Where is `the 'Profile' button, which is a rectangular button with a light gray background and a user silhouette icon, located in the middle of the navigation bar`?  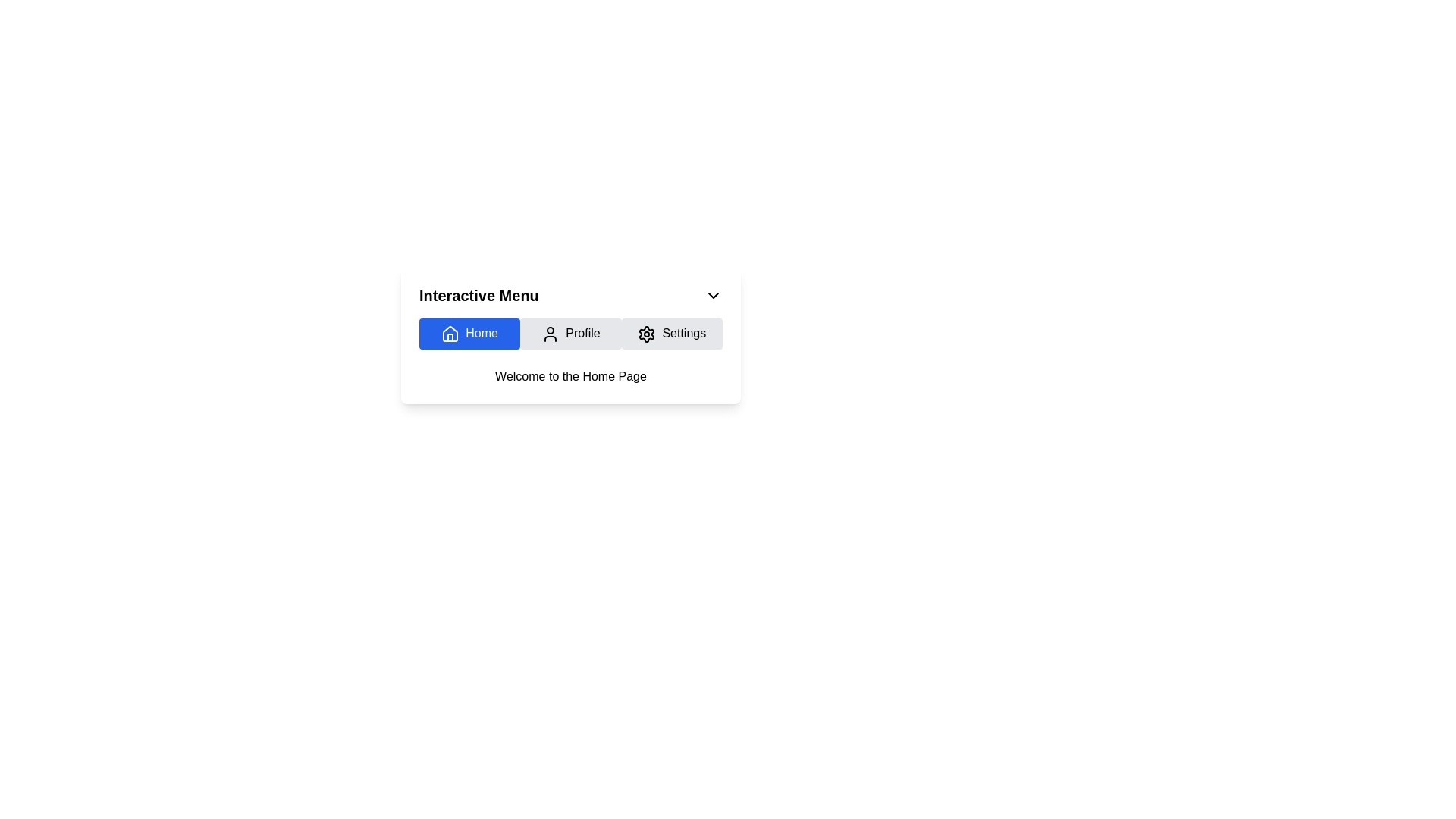
the 'Profile' button, which is a rectangular button with a light gray background and a user silhouette icon, located in the middle of the navigation bar is located at coordinates (570, 333).